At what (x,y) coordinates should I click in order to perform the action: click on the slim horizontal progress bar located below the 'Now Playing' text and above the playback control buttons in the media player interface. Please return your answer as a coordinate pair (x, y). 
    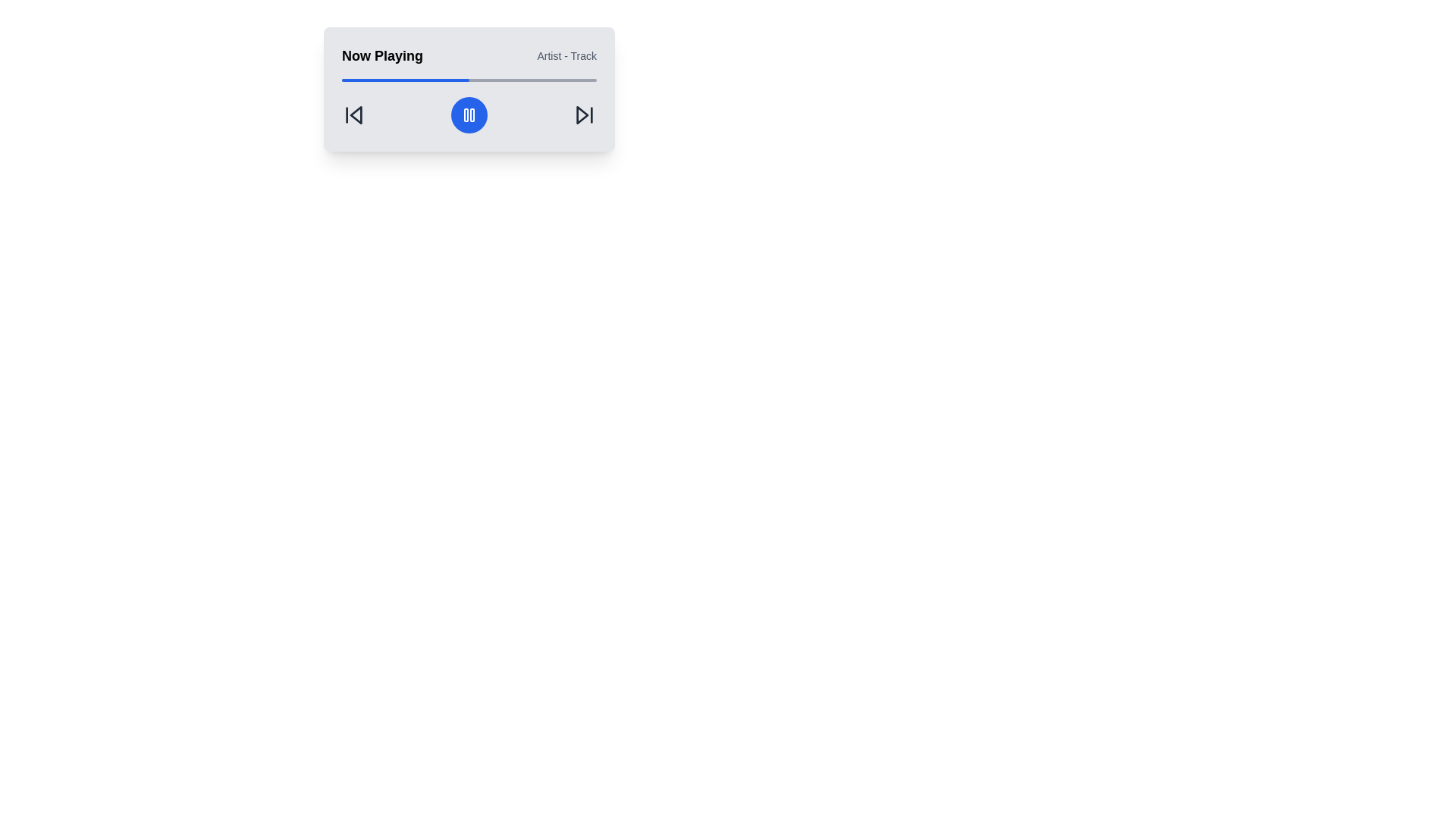
    Looking at the image, I should click on (469, 80).